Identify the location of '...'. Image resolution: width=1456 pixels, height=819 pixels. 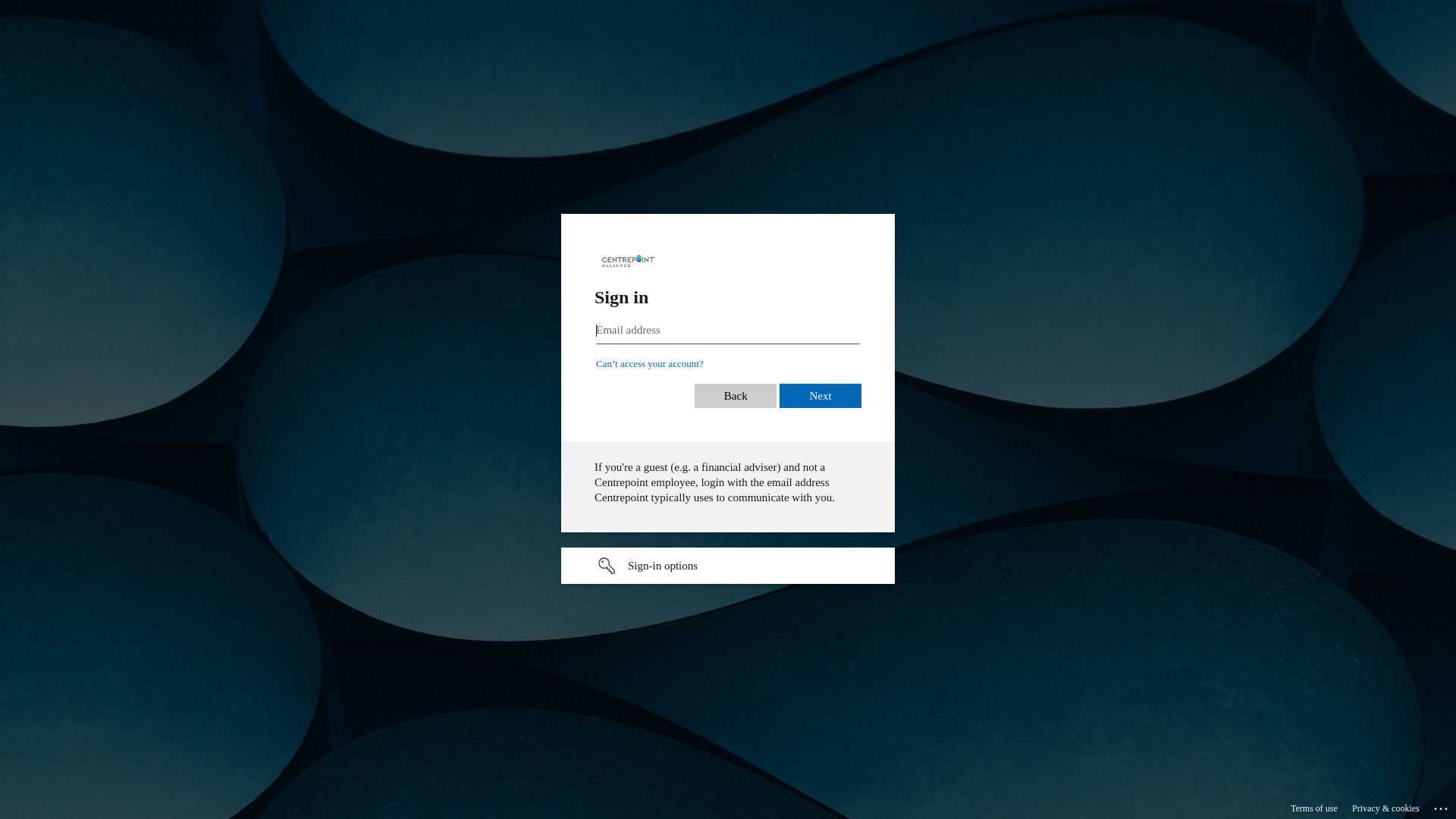
(1441, 805).